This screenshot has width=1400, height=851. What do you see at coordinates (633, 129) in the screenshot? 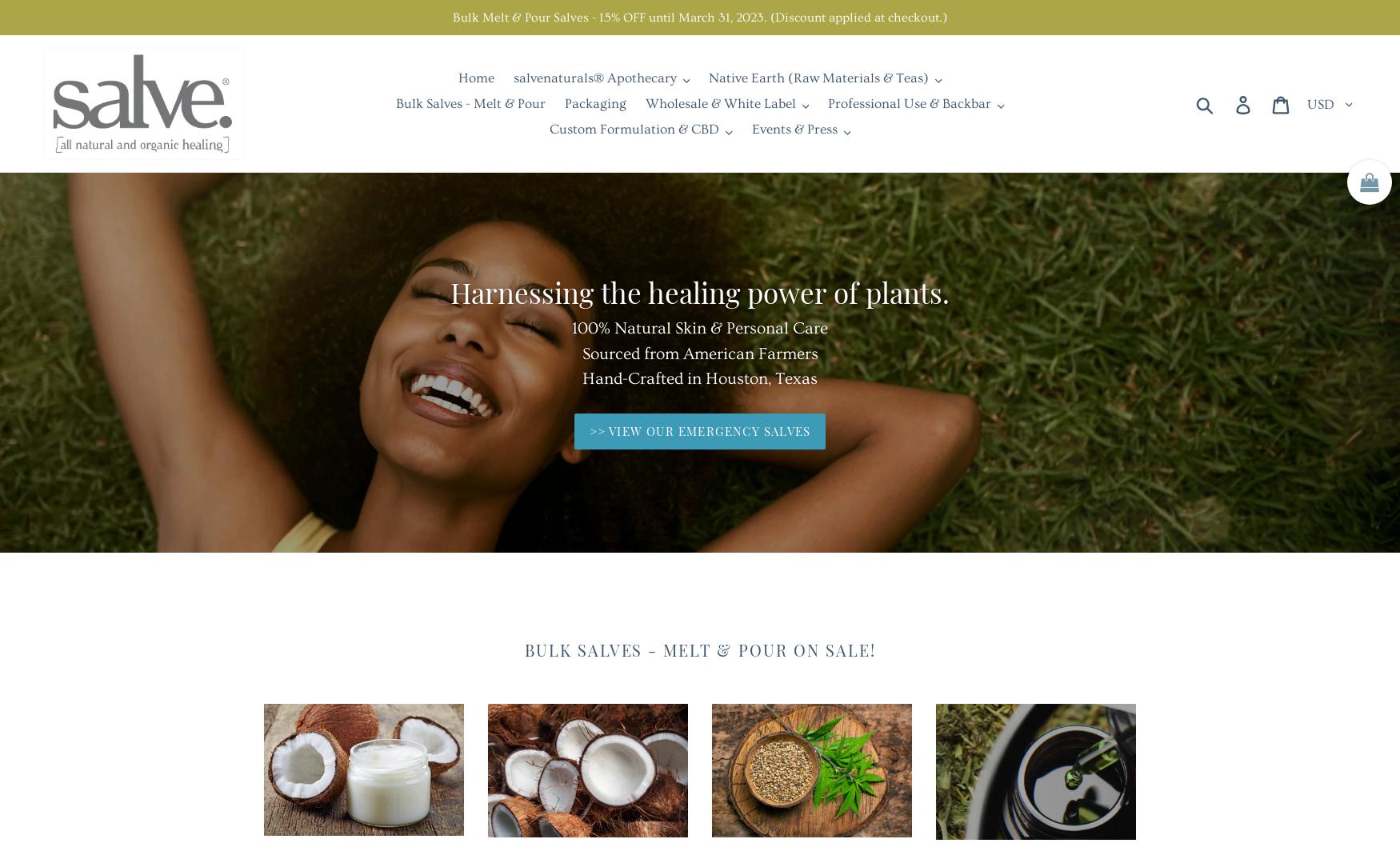
I see `'Custom Formulation & CBD'` at bounding box center [633, 129].